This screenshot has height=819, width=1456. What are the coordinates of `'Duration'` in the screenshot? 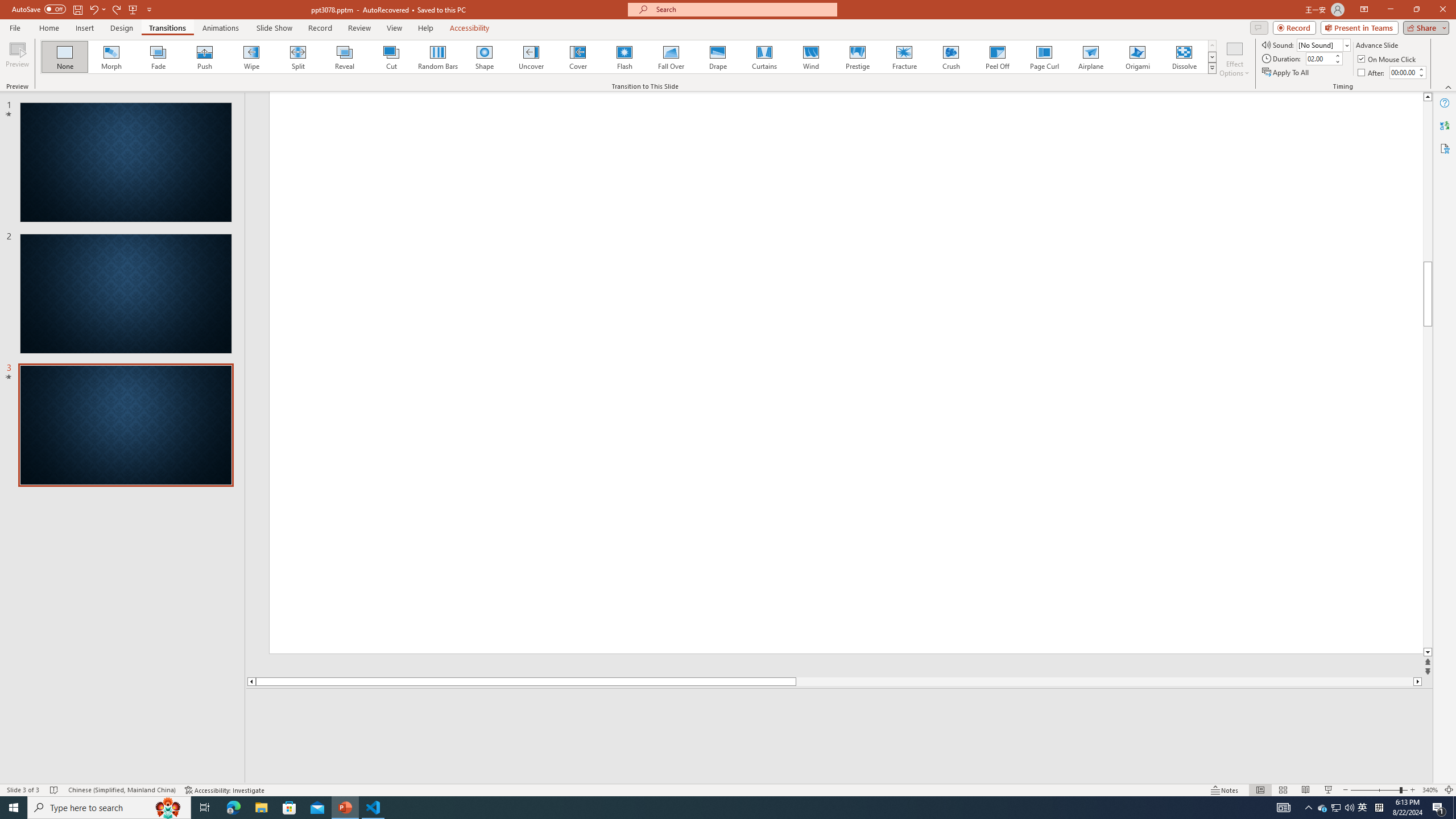 It's located at (1319, 58).